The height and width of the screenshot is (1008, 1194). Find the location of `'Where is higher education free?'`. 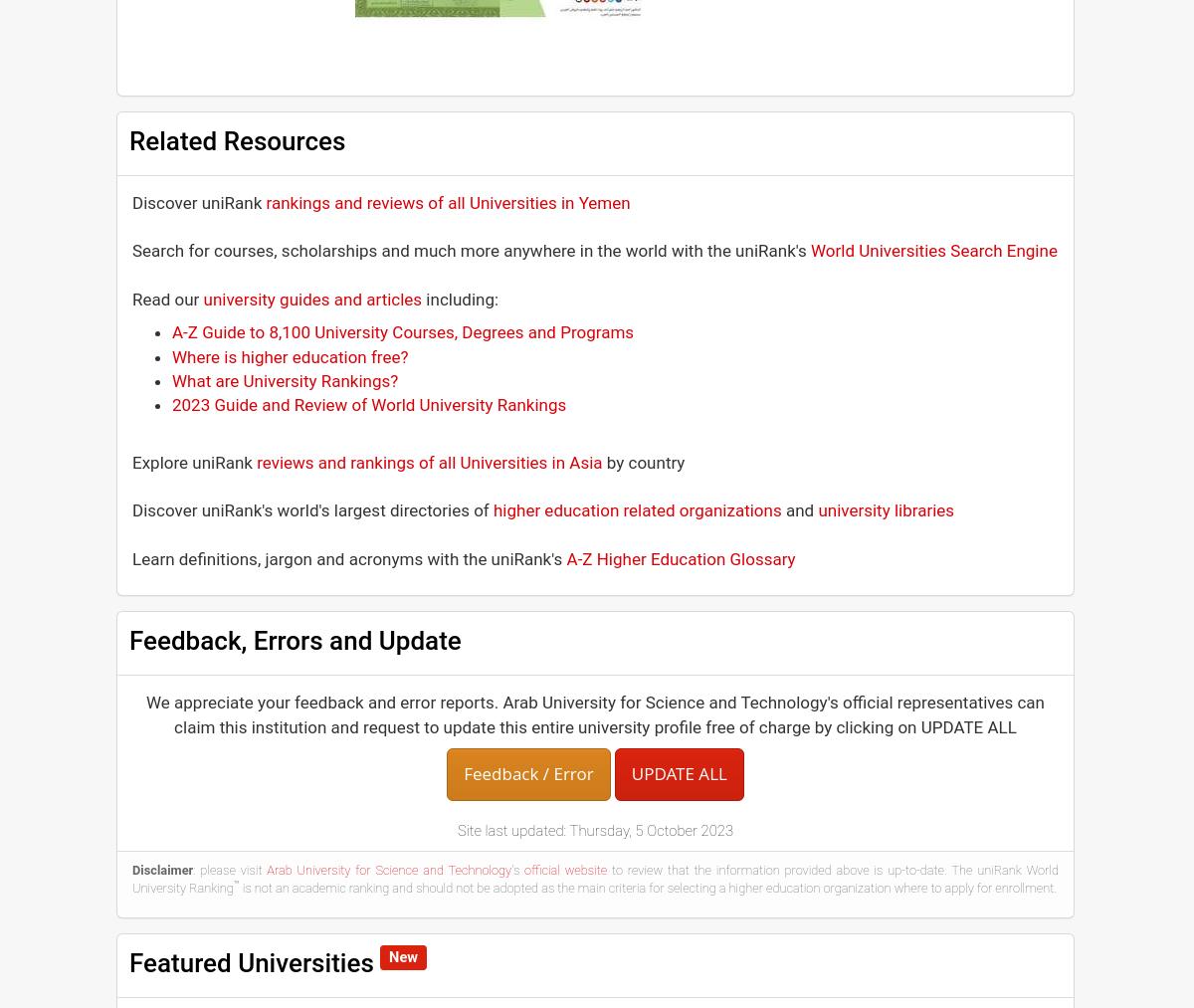

'Where is higher education free?' is located at coordinates (171, 355).